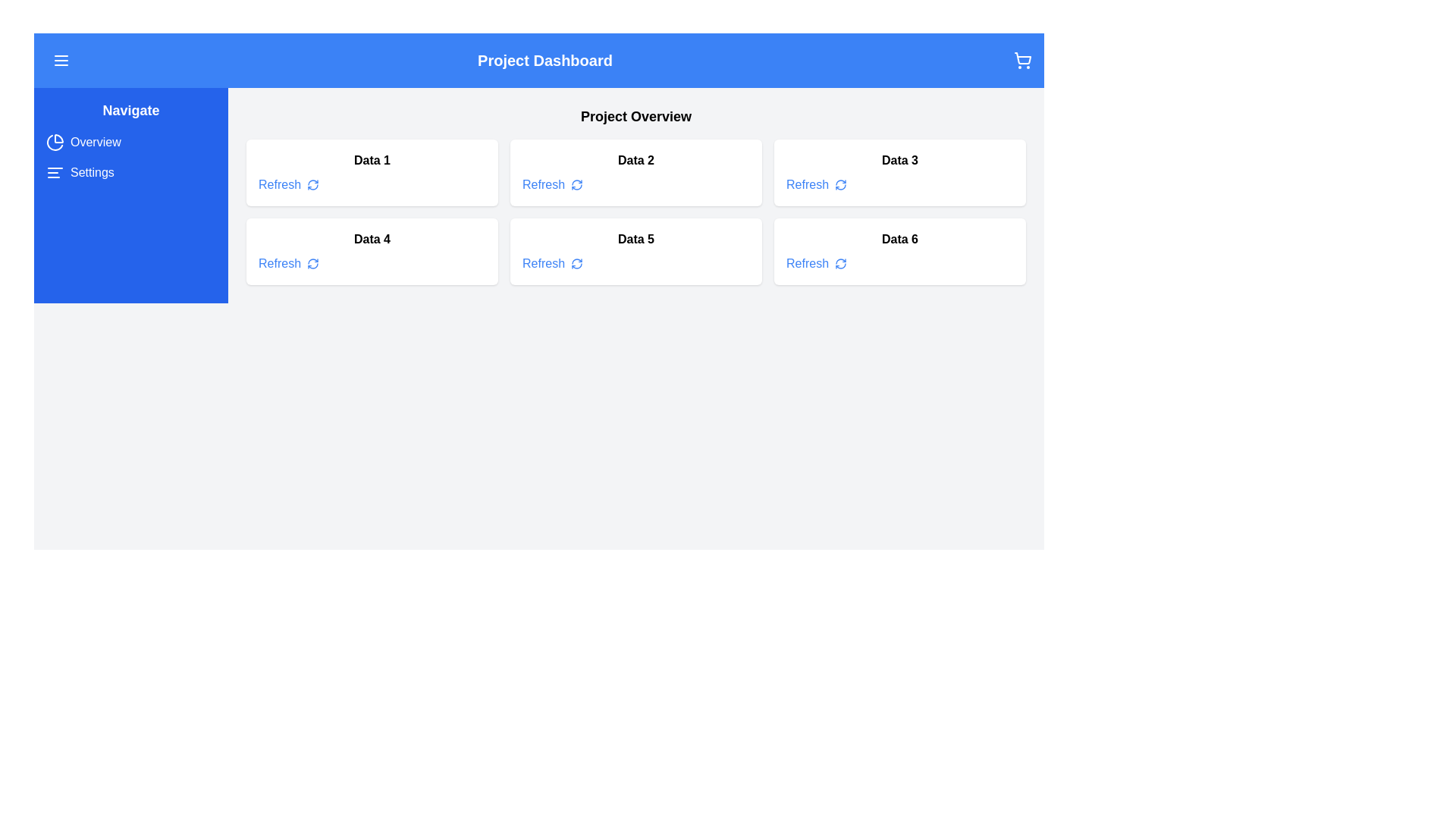 This screenshot has width=1456, height=819. Describe the element at coordinates (288, 184) in the screenshot. I see `the refresh button with accompanying icon located below the title 'Data 1' within its rectangular card` at that location.